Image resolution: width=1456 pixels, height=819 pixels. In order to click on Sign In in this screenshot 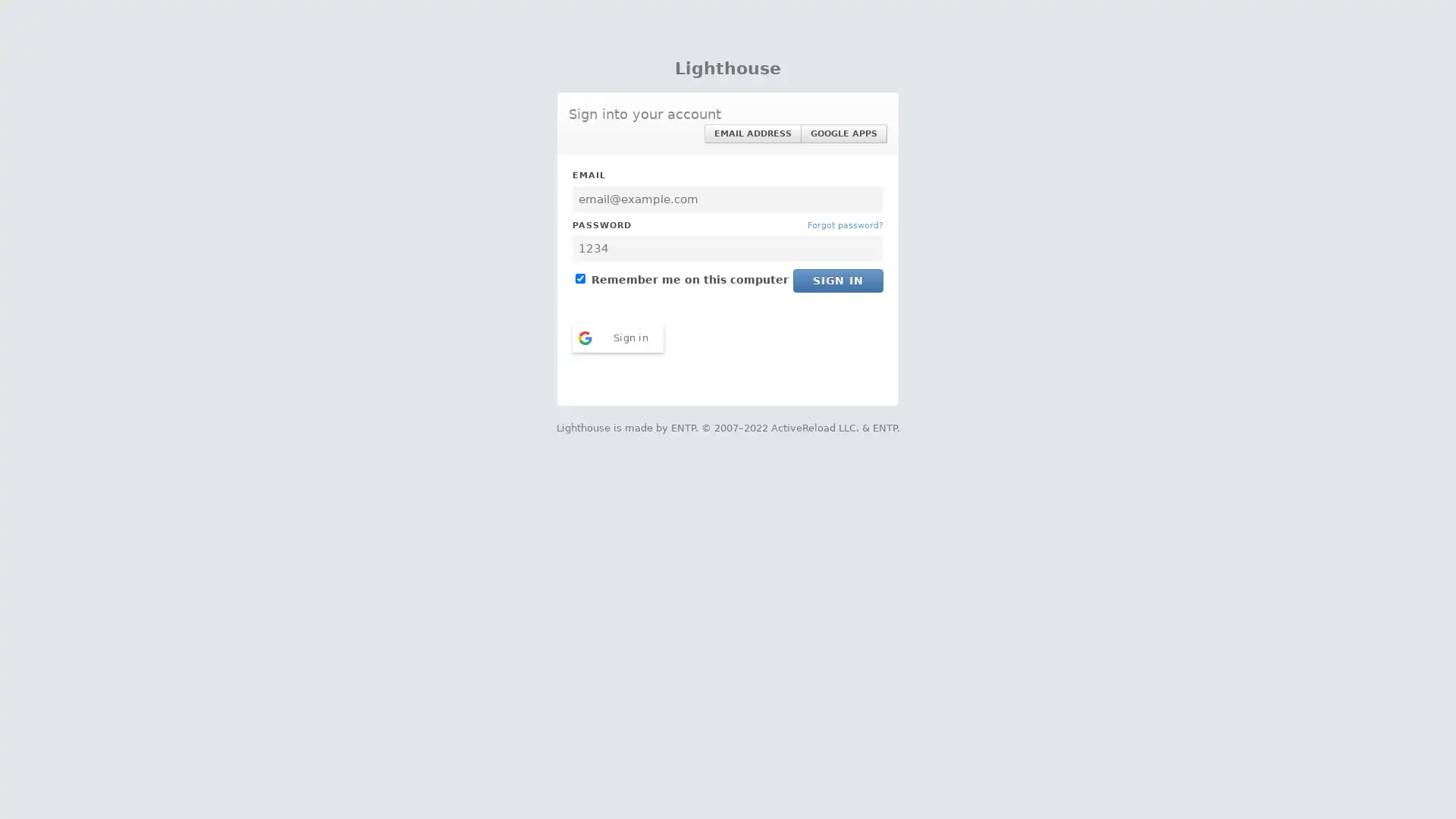, I will do `click(837, 281)`.